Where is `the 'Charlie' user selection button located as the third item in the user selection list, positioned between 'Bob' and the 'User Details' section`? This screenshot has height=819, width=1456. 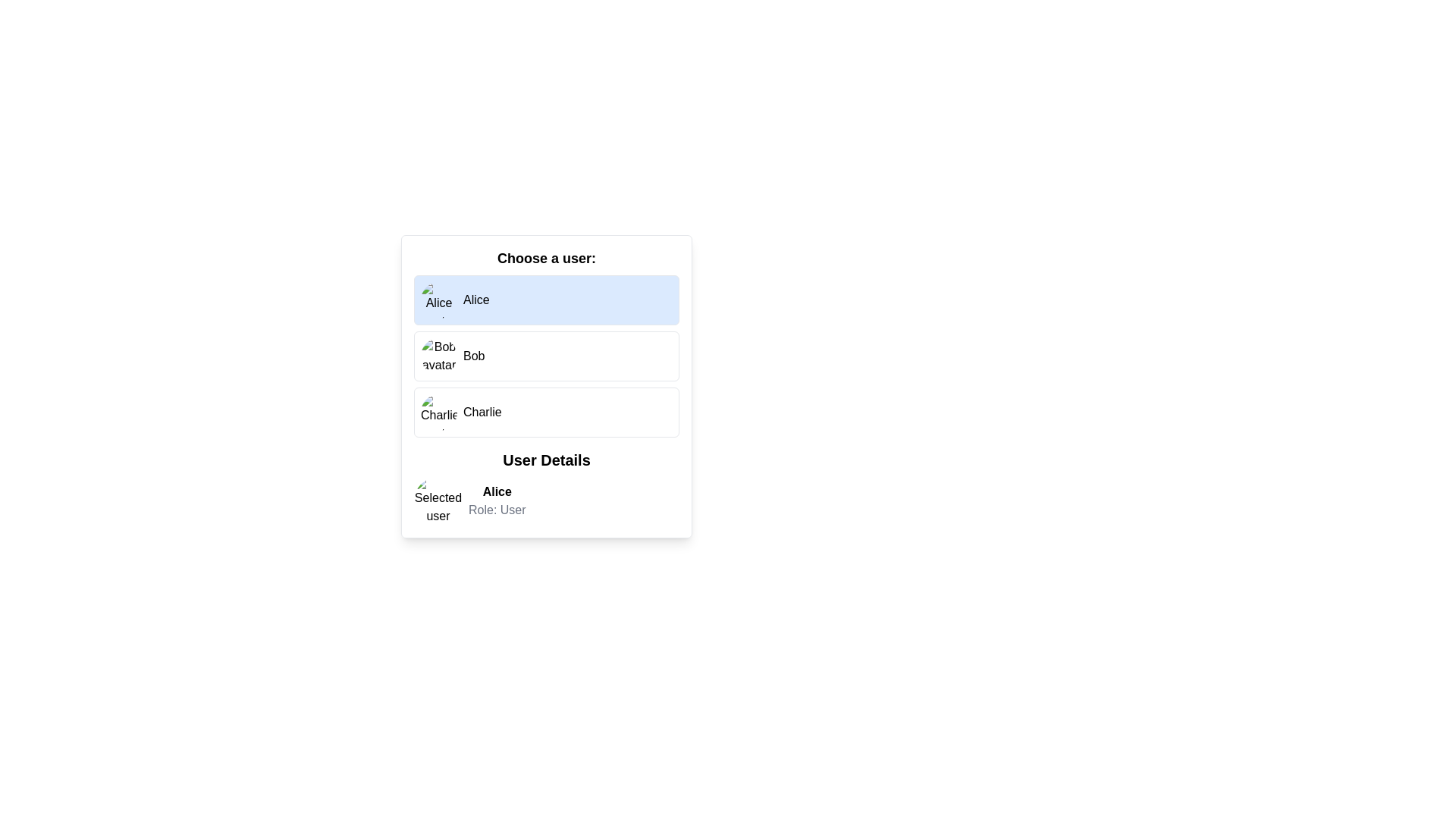
the 'Charlie' user selection button located as the third item in the user selection list, positioned between 'Bob' and the 'User Details' section is located at coordinates (546, 412).